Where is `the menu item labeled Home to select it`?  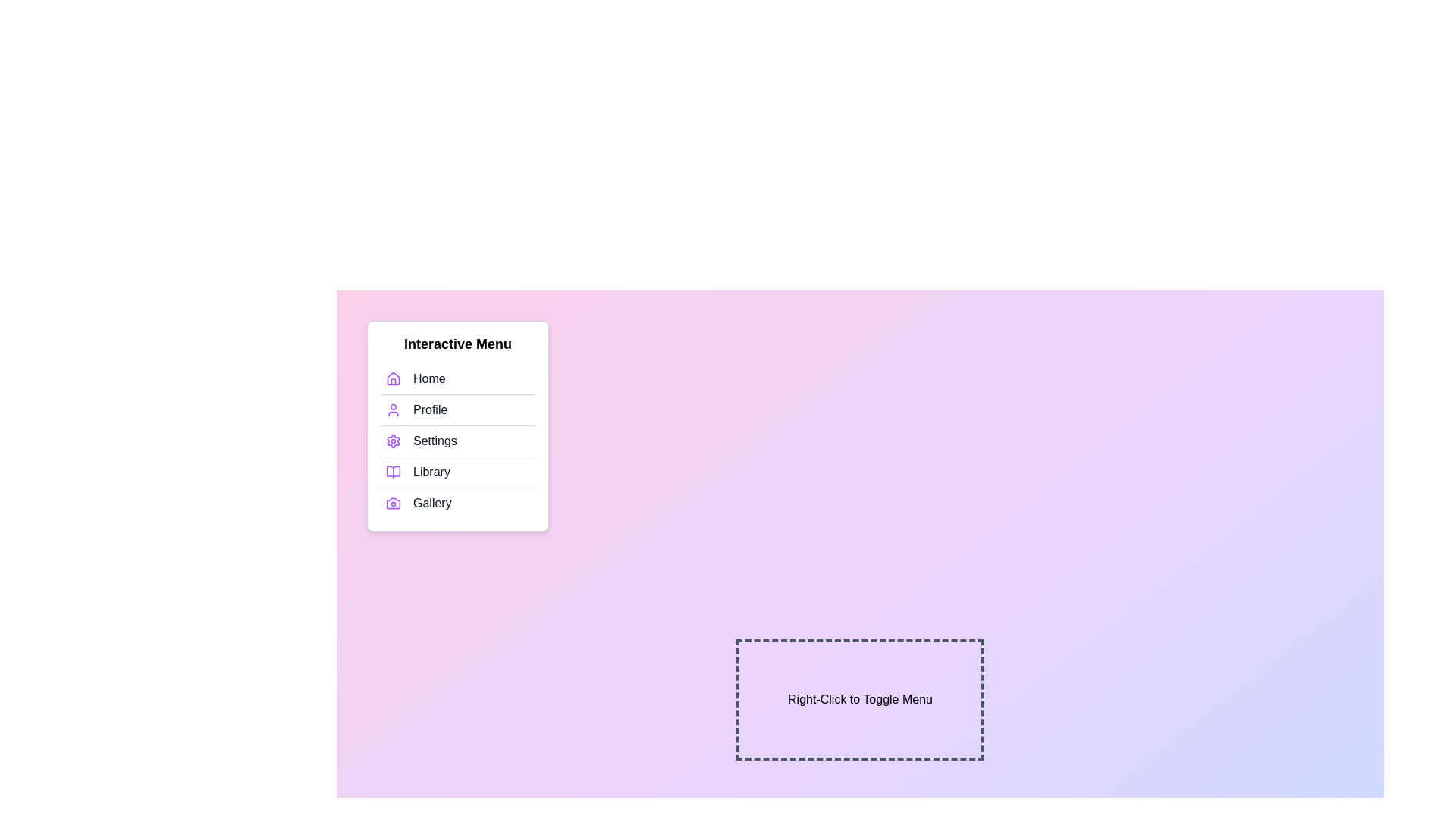 the menu item labeled Home to select it is located at coordinates (457, 378).